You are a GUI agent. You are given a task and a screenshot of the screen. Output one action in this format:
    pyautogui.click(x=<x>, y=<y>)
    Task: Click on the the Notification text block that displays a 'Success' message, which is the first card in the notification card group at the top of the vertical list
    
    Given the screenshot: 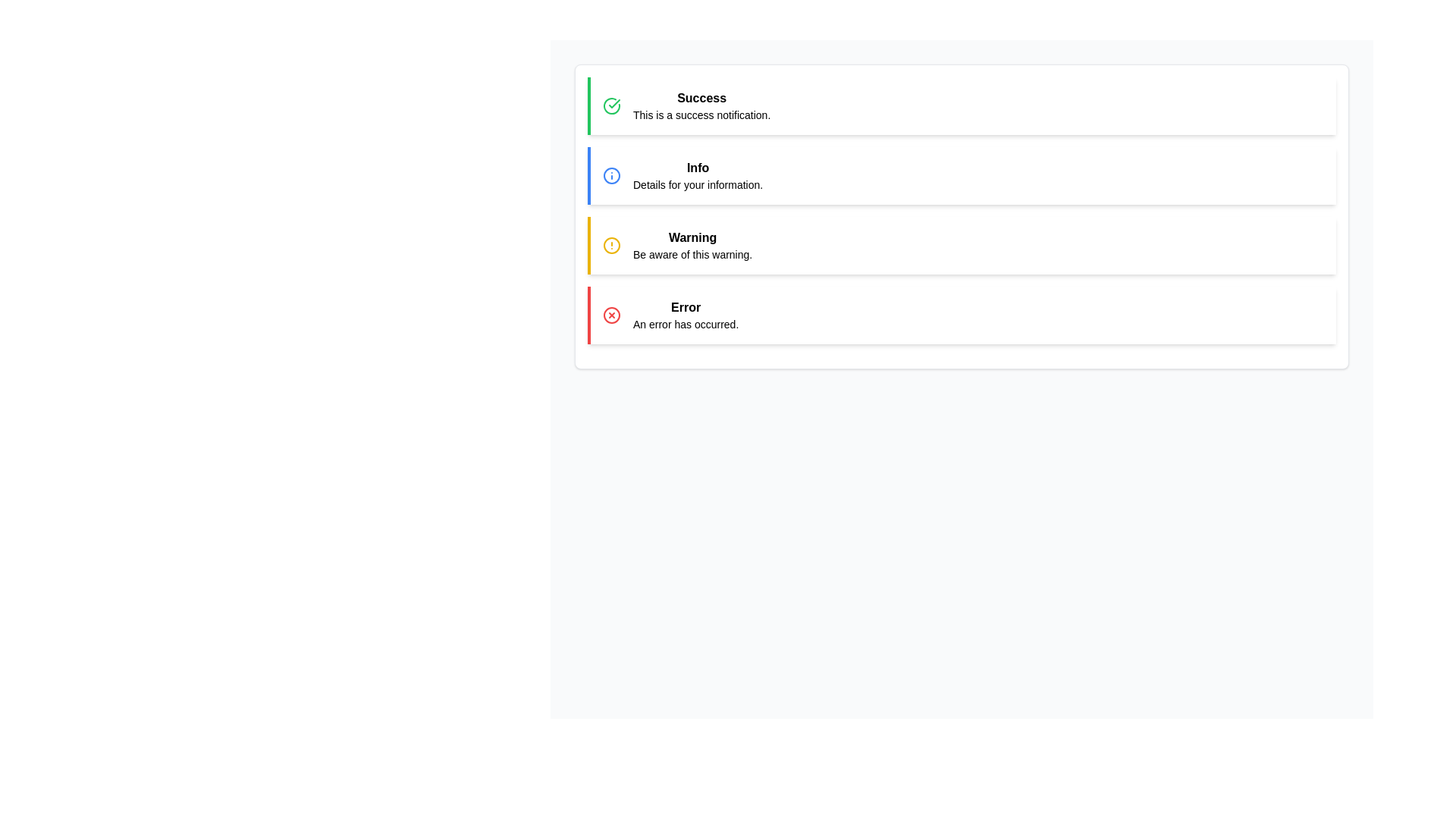 What is the action you would take?
    pyautogui.click(x=701, y=105)
    